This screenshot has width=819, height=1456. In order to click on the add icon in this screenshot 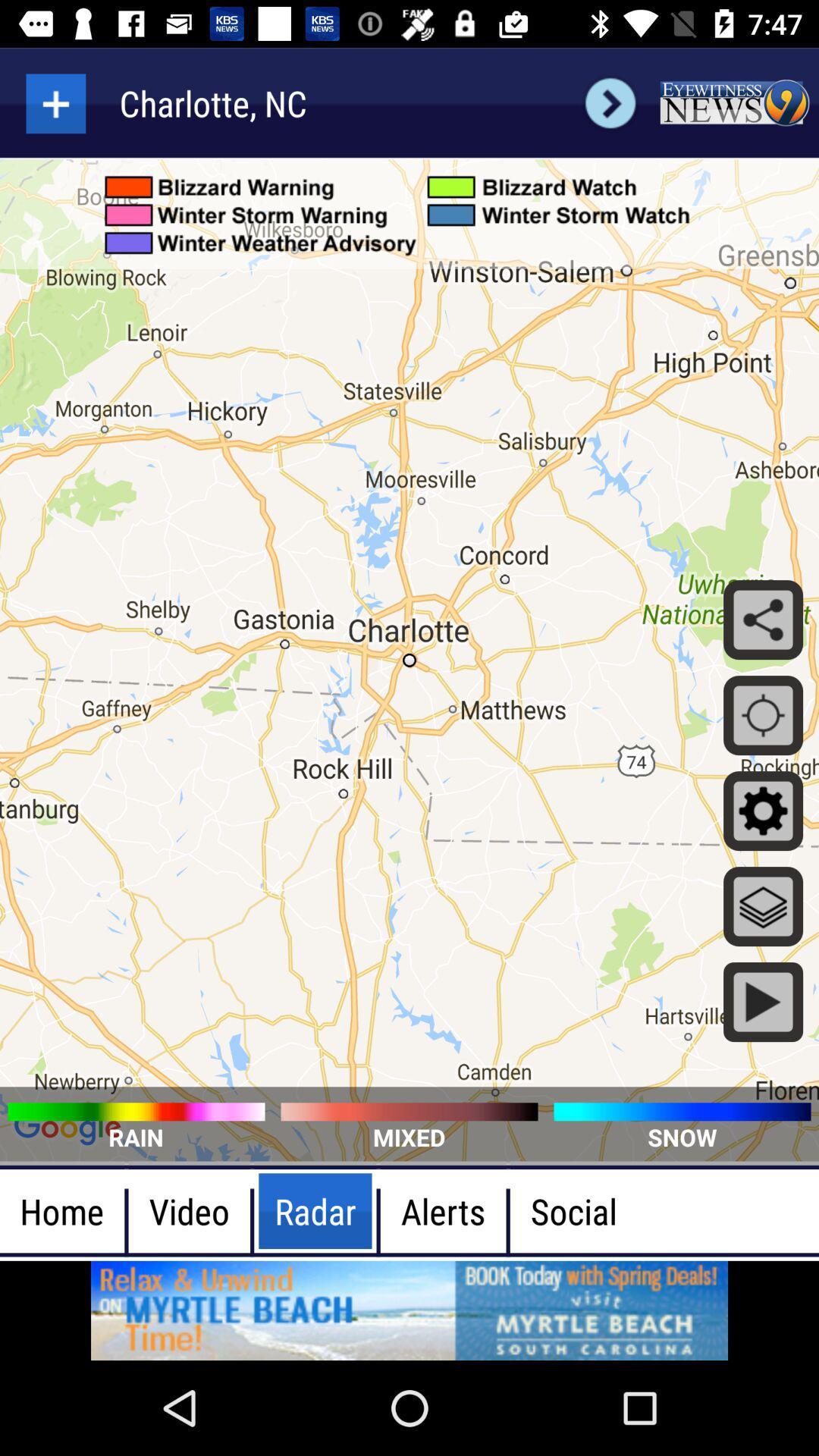, I will do `click(55, 102)`.